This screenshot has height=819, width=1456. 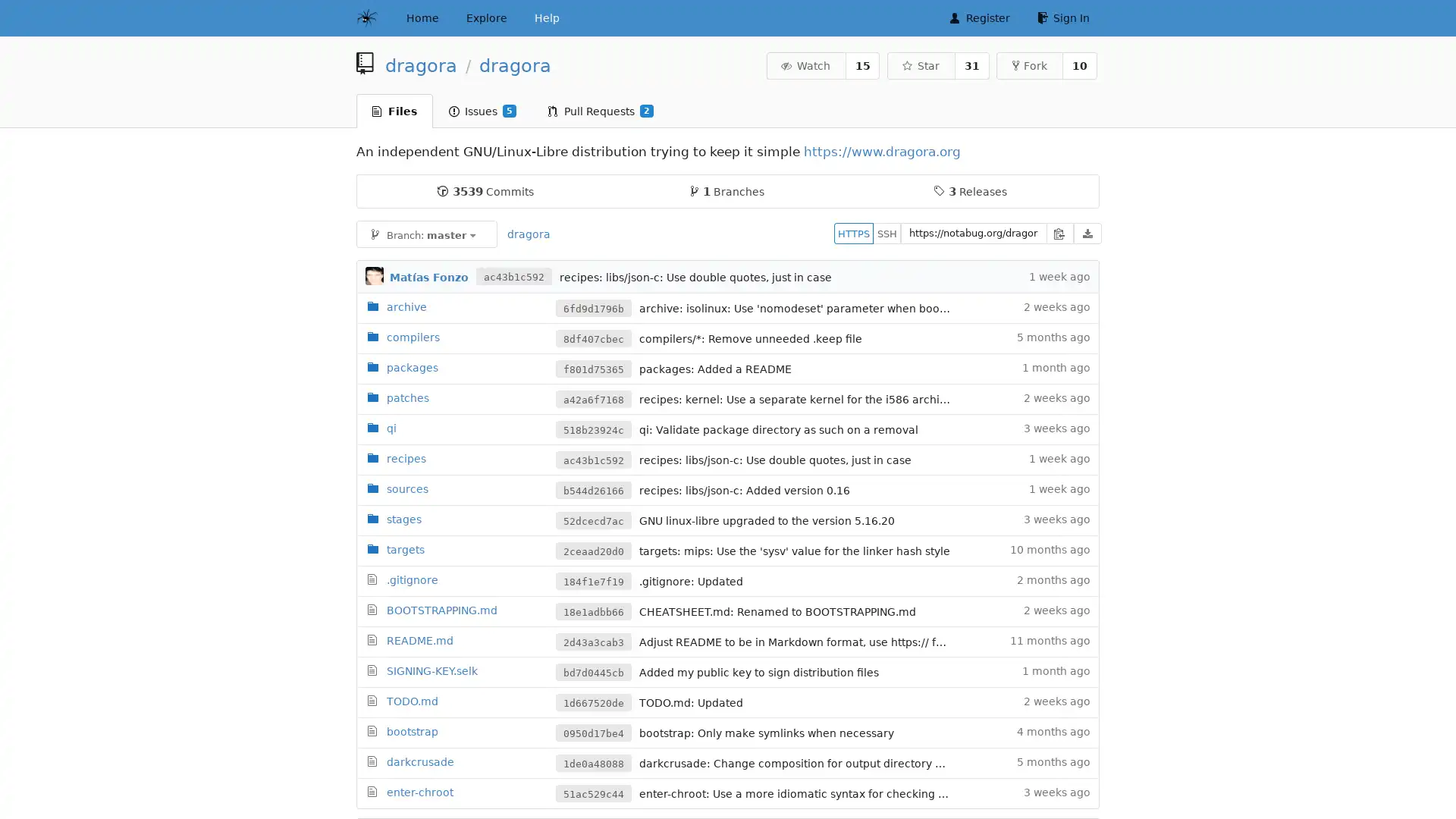 What do you see at coordinates (887, 233) in the screenshot?
I see `SSH` at bounding box center [887, 233].